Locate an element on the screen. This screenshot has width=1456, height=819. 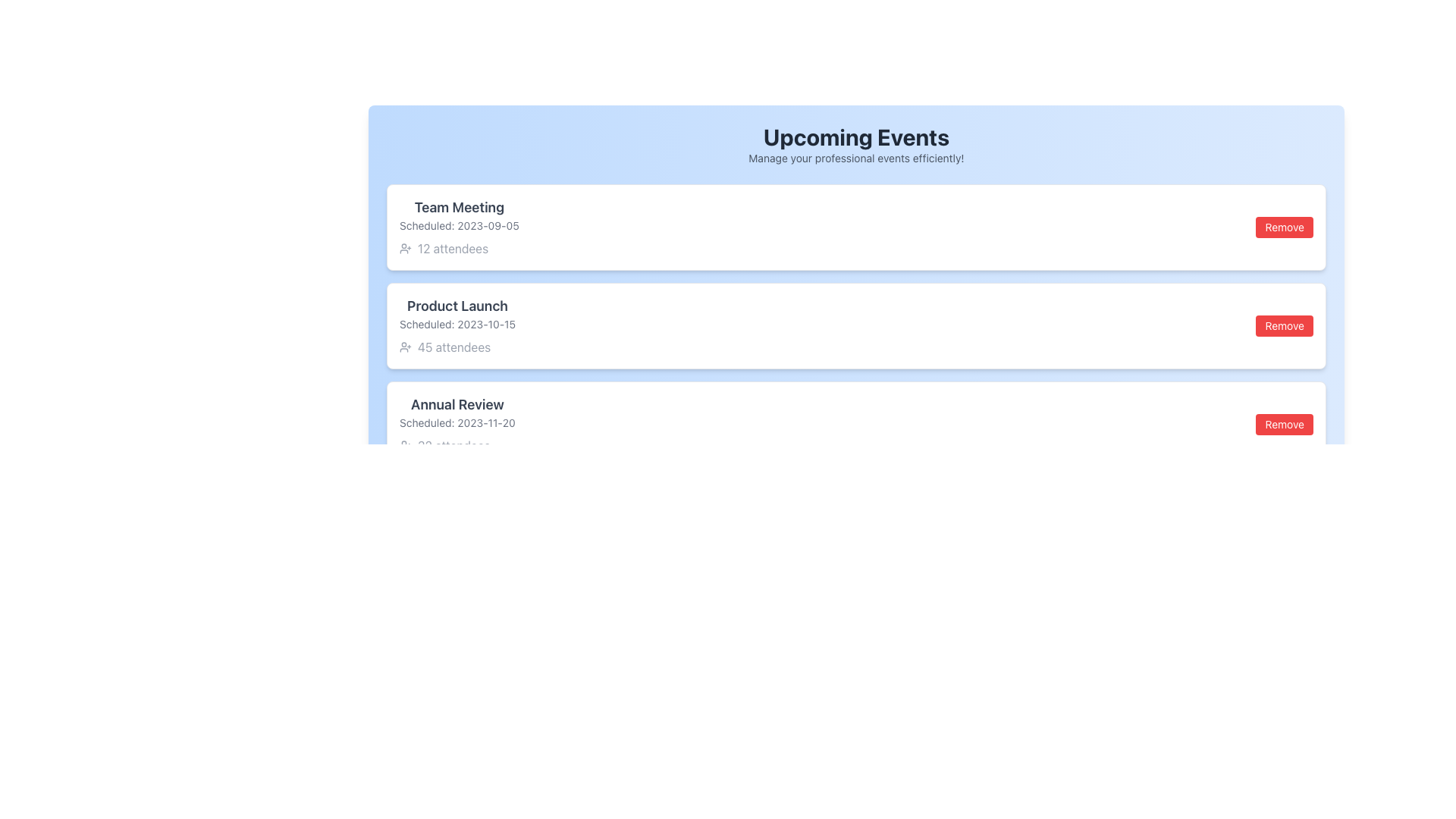
the text label titled 'Annual Review' in the third event entry of the 'Upcoming Events' section is located at coordinates (457, 403).